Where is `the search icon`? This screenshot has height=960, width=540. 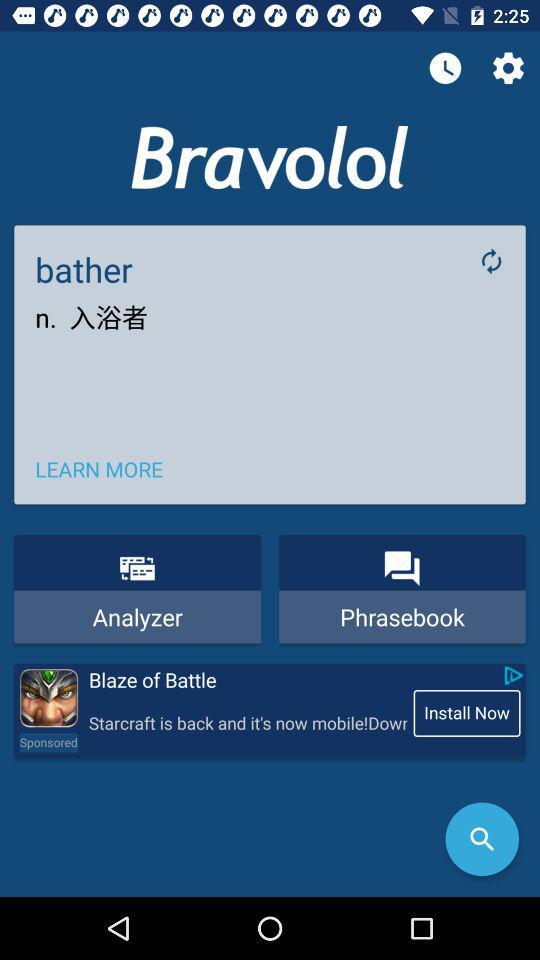
the search icon is located at coordinates (481, 839).